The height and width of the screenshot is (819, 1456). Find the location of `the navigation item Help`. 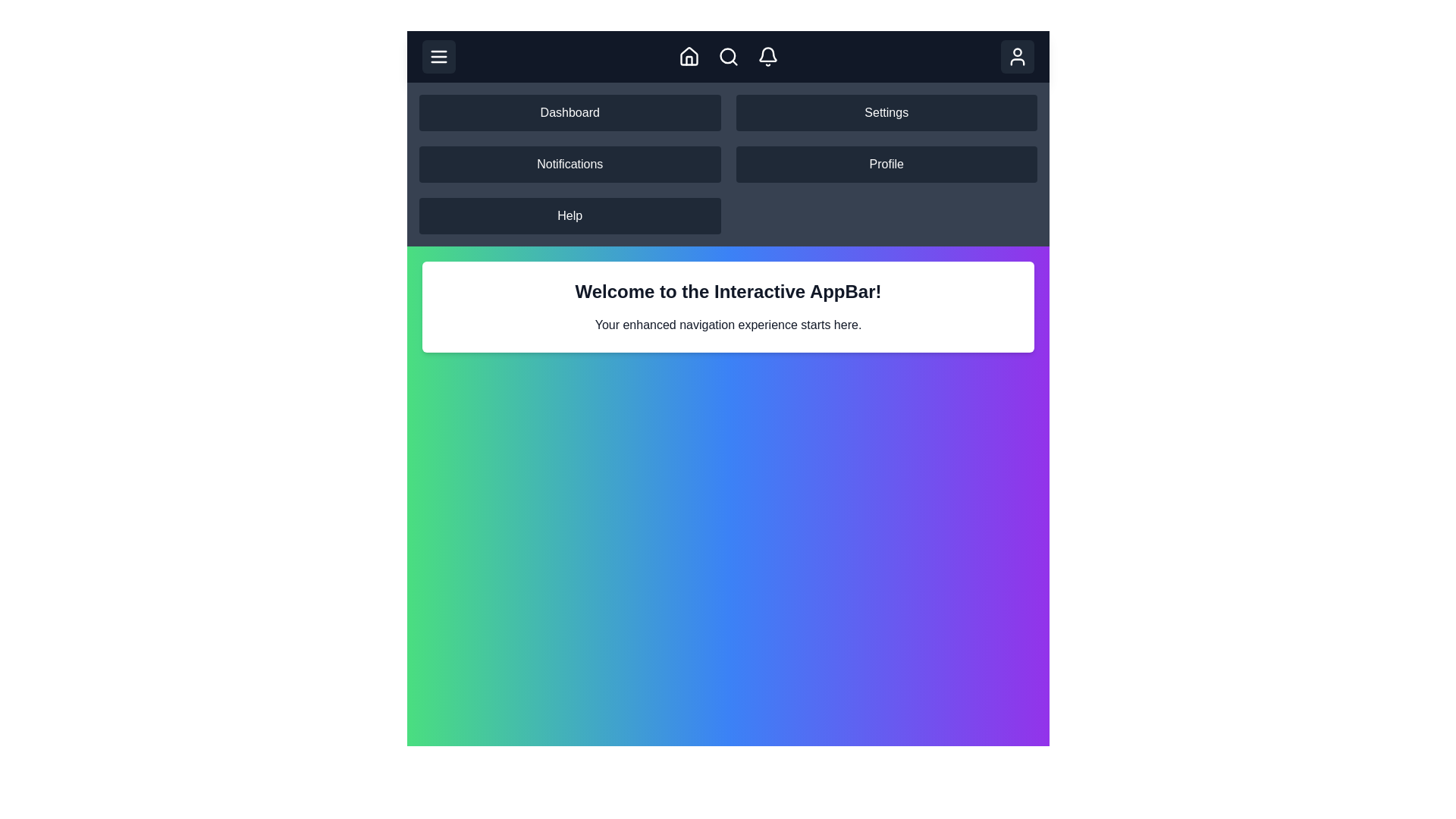

the navigation item Help is located at coordinates (569, 216).